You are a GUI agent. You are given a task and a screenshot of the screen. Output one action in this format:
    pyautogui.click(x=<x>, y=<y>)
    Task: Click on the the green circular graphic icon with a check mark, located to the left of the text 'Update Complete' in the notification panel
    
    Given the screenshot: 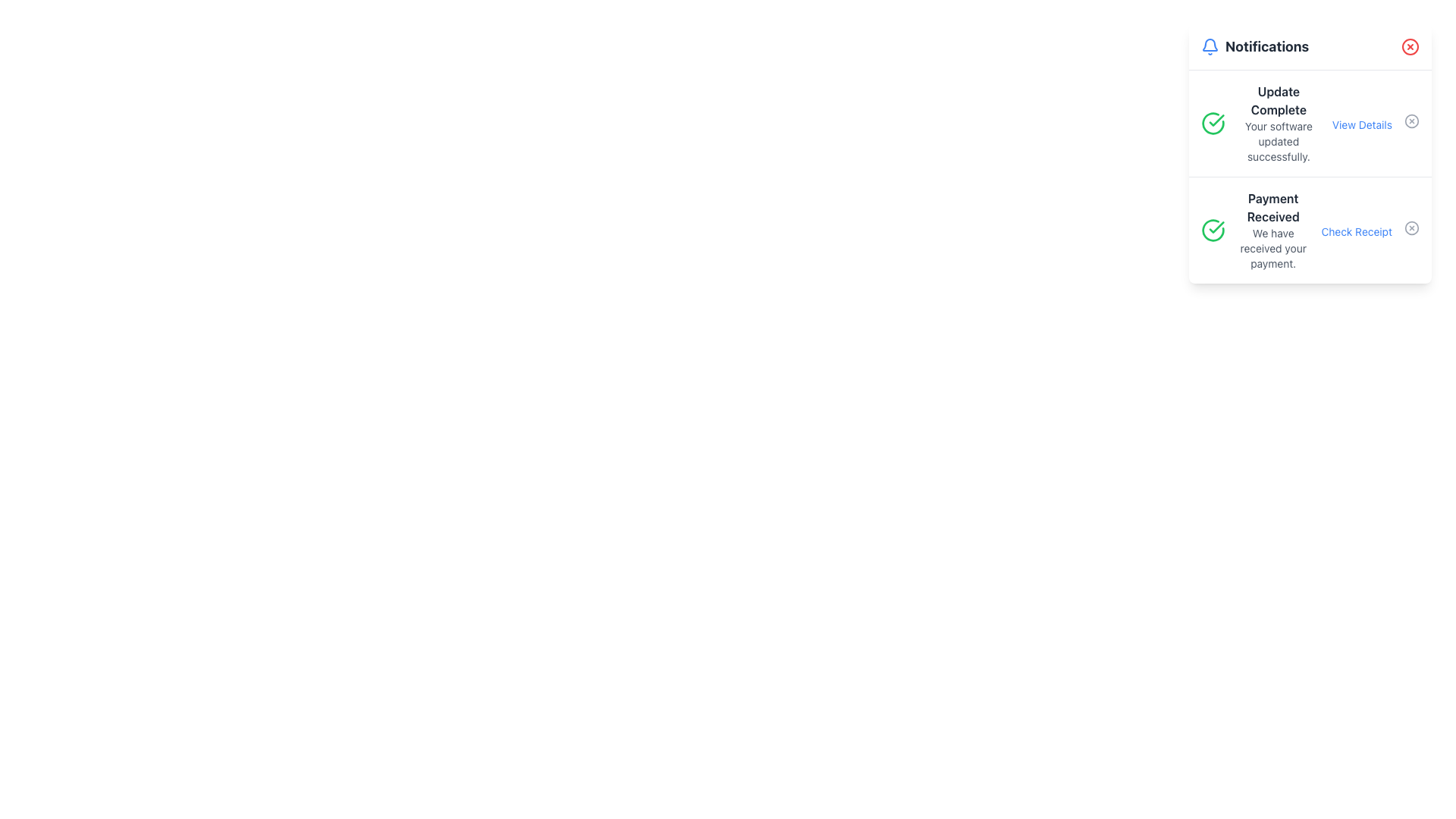 What is the action you would take?
    pyautogui.click(x=1212, y=122)
    